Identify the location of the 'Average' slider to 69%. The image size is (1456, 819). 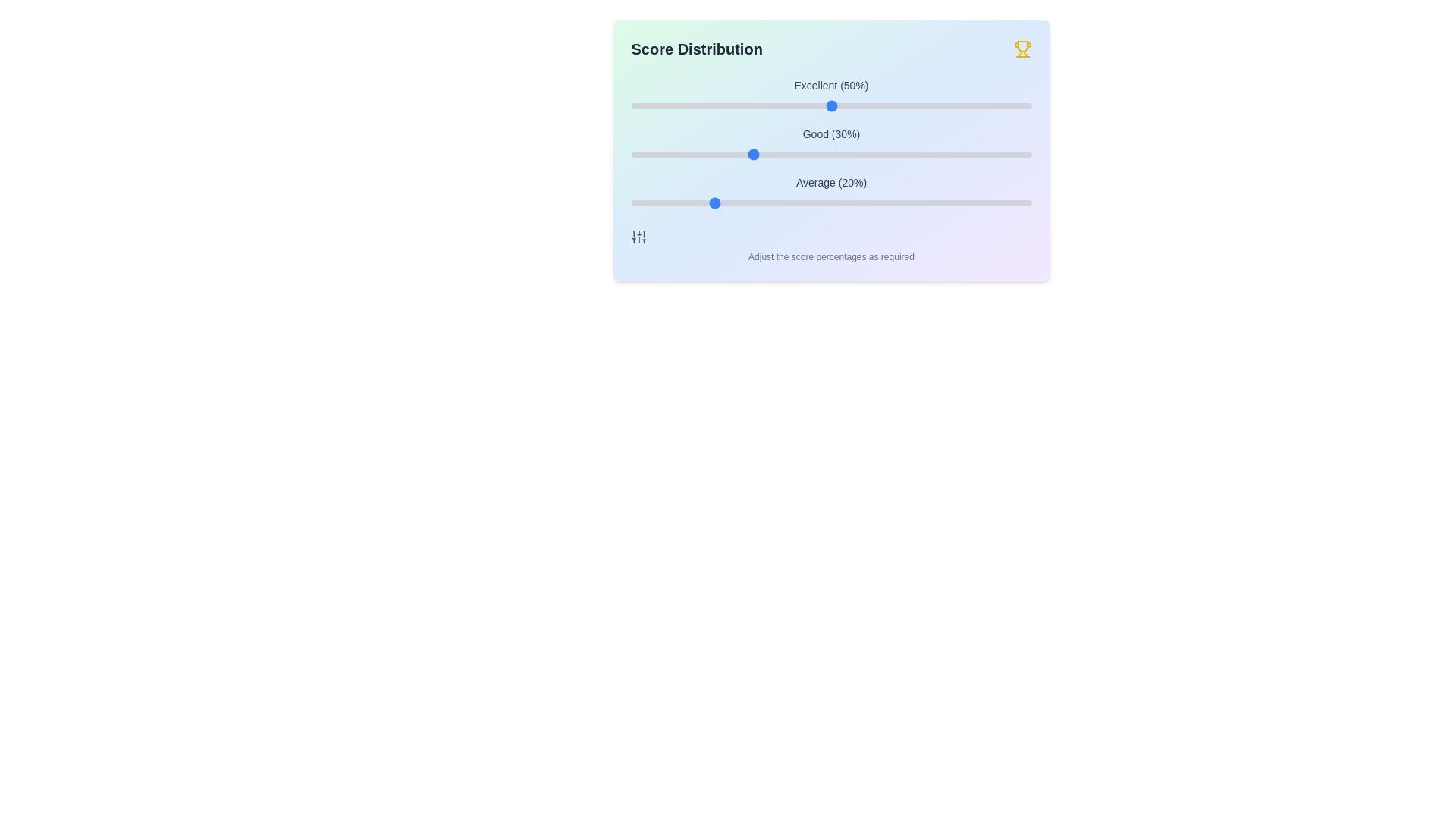
(907, 202).